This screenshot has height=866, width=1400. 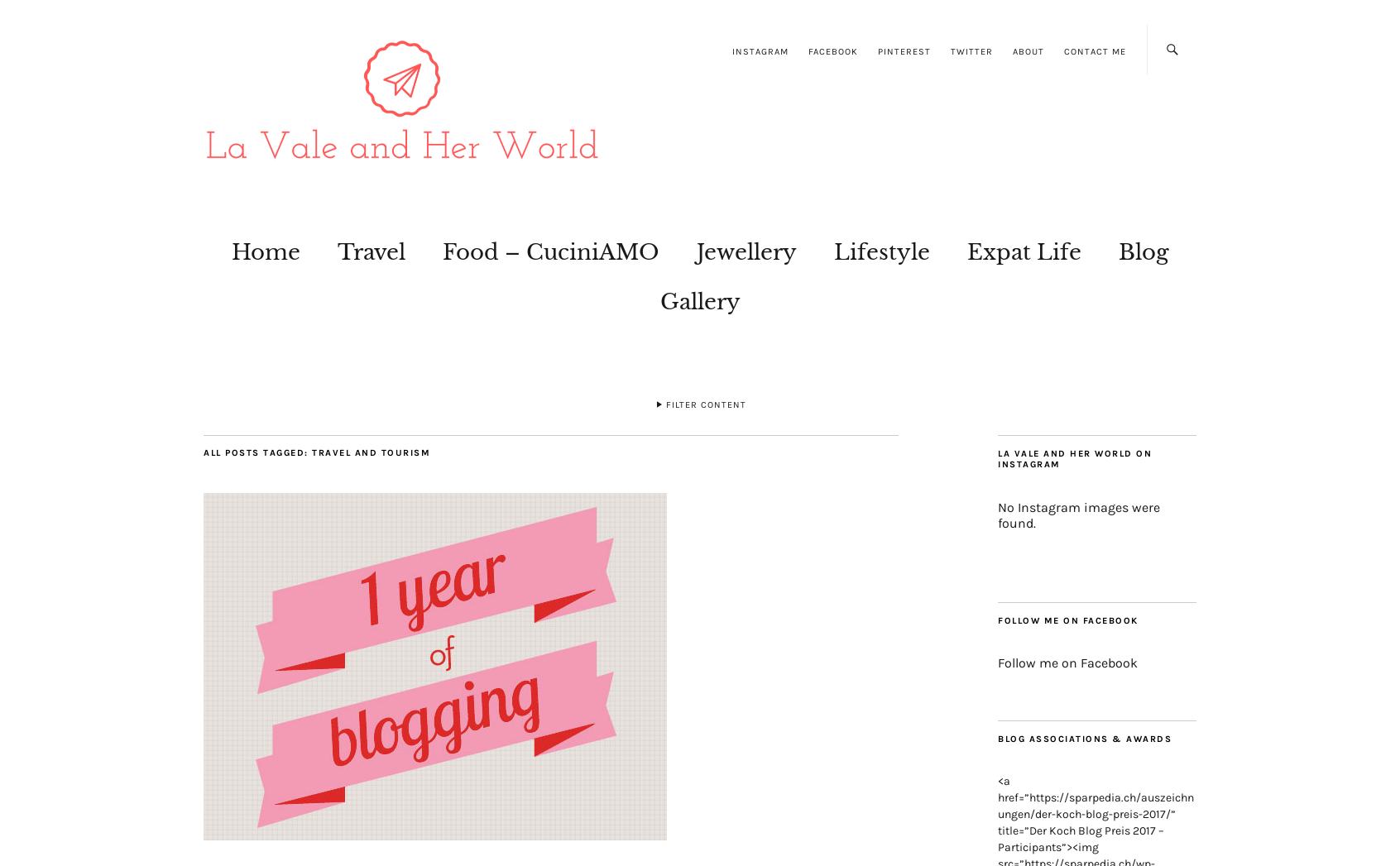 I want to click on 'Instagram', so click(x=760, y=51).